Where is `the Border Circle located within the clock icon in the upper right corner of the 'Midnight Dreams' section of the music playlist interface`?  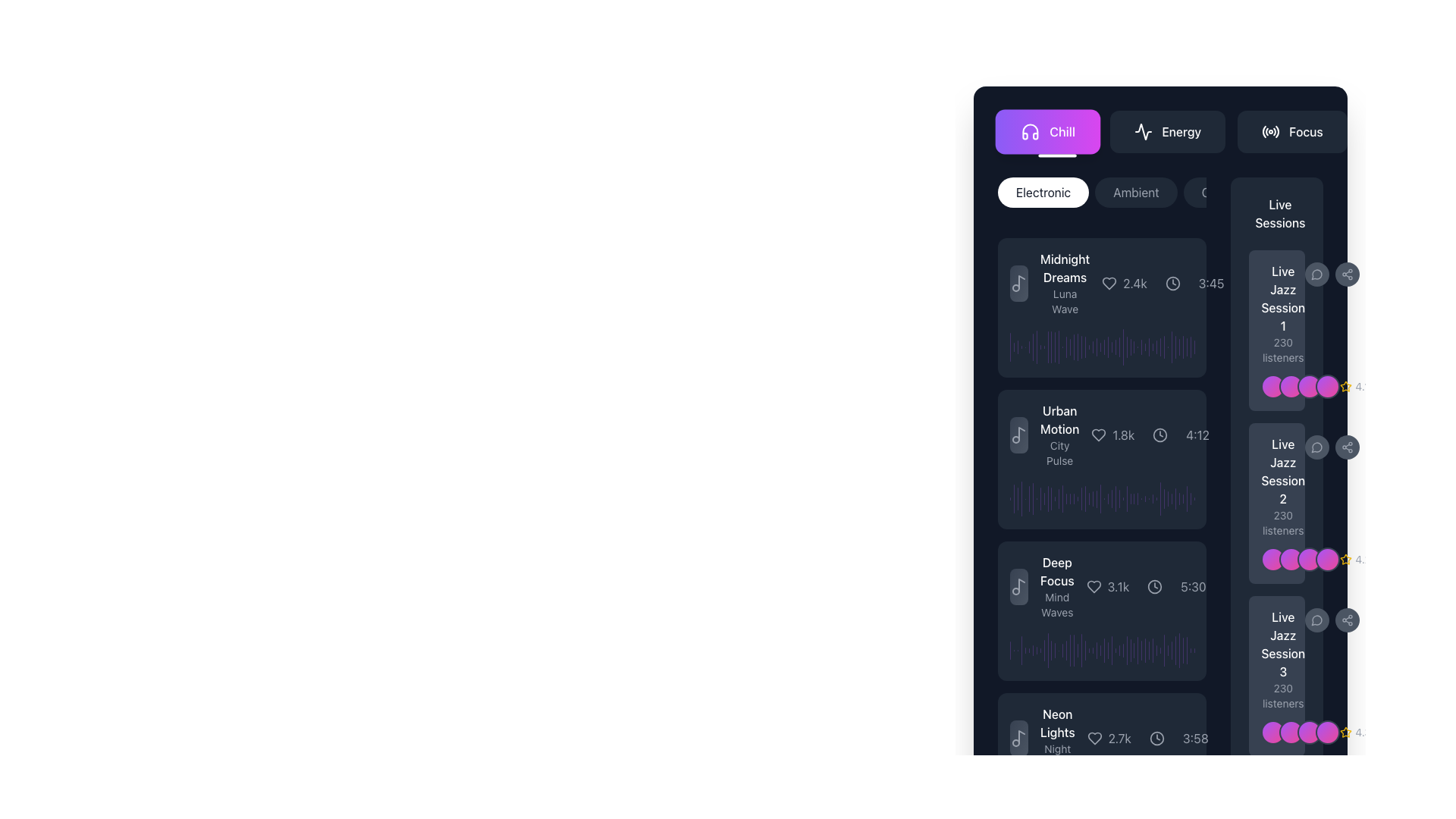 the Border Circle located within the clock icon in the upper right corner of the 'Midnight Dreams' section of the music playlist interface is located at coordinates (1172, 284).